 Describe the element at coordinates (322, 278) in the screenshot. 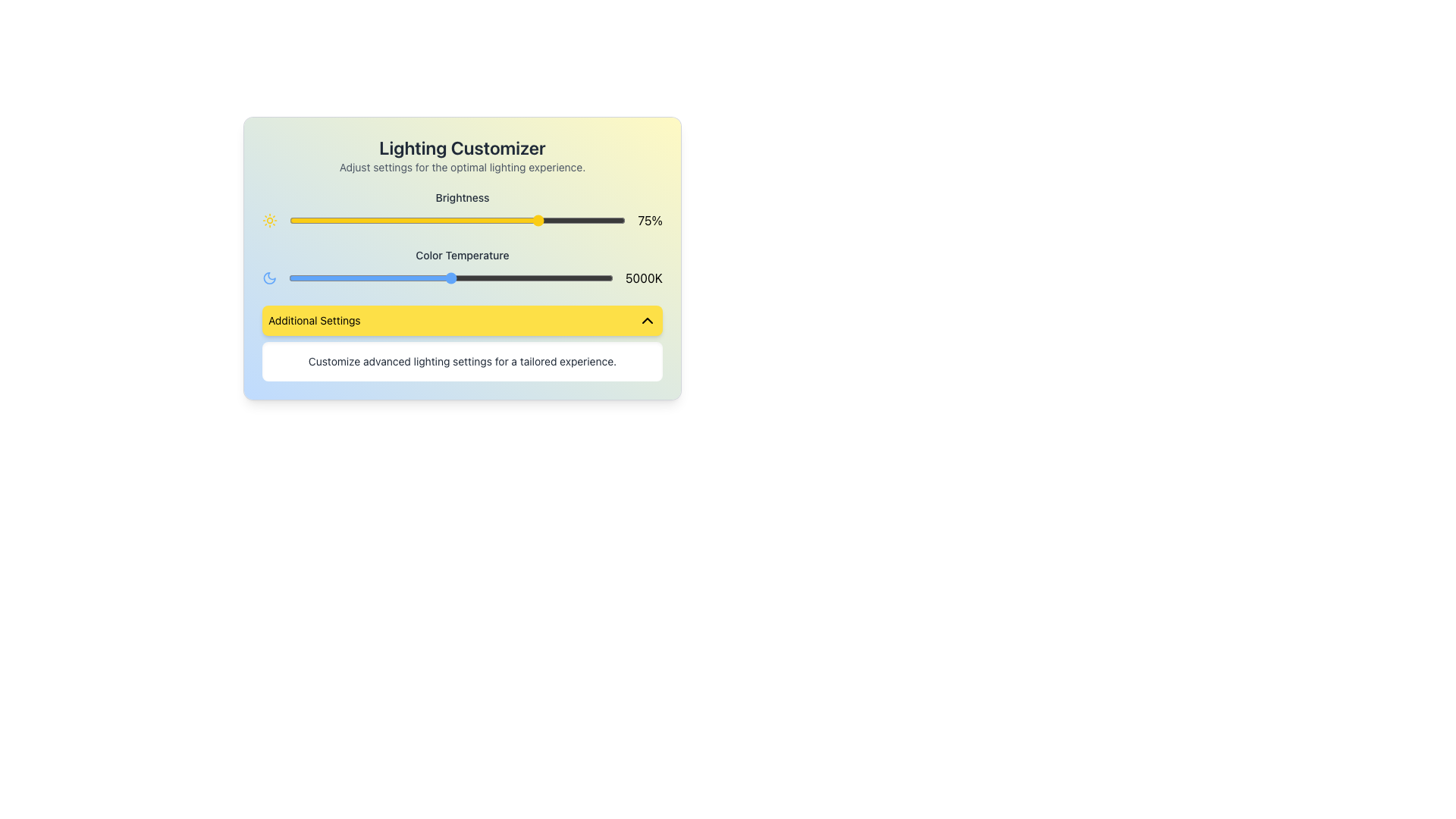

I see `the color temperature` at that location.